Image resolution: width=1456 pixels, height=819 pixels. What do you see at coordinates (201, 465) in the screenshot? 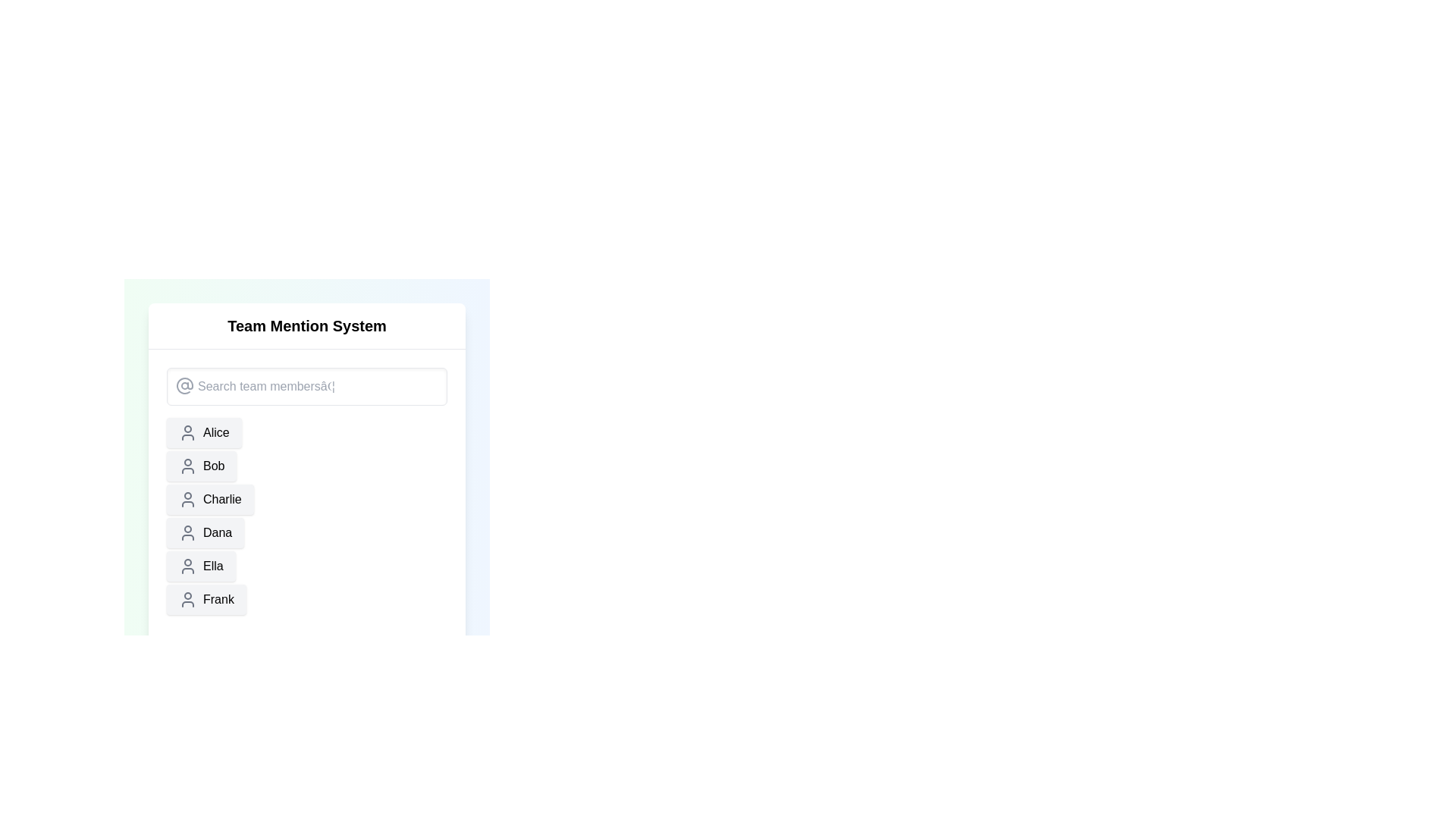
I see `the user card for 'Bob' in the Team Mention System` at bounding box center [201, 465].